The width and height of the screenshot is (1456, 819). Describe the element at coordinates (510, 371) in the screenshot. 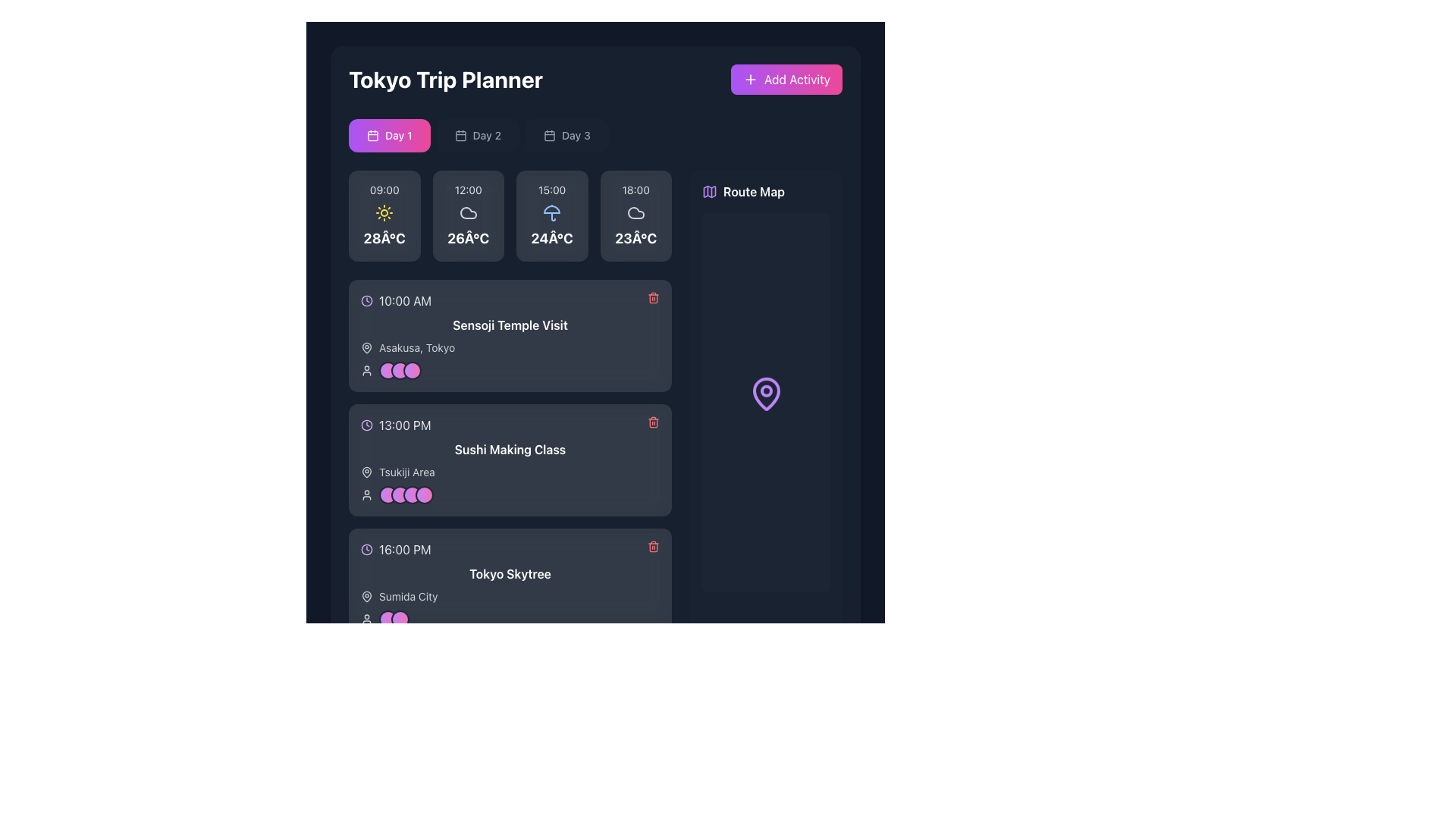

I see `the Composite component containing an icon and decorative avatars associated with the 'Sensoji Temple Visit' at 10:00 AM by moving the cursor to its center point` at that location.